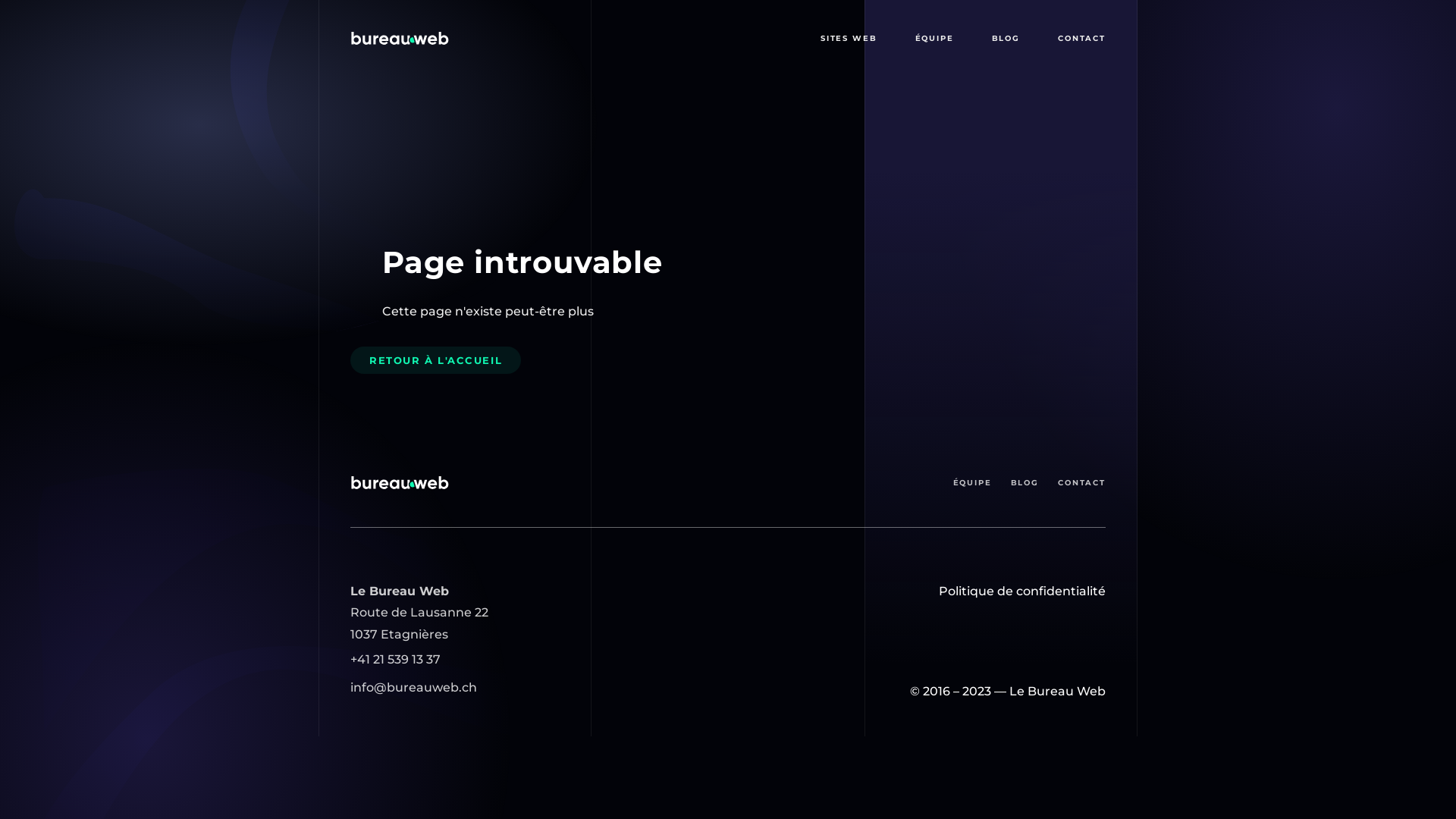 This screenshot has width=1456, height=819. I want to click on 'CONTACT', so click(1081, 482).